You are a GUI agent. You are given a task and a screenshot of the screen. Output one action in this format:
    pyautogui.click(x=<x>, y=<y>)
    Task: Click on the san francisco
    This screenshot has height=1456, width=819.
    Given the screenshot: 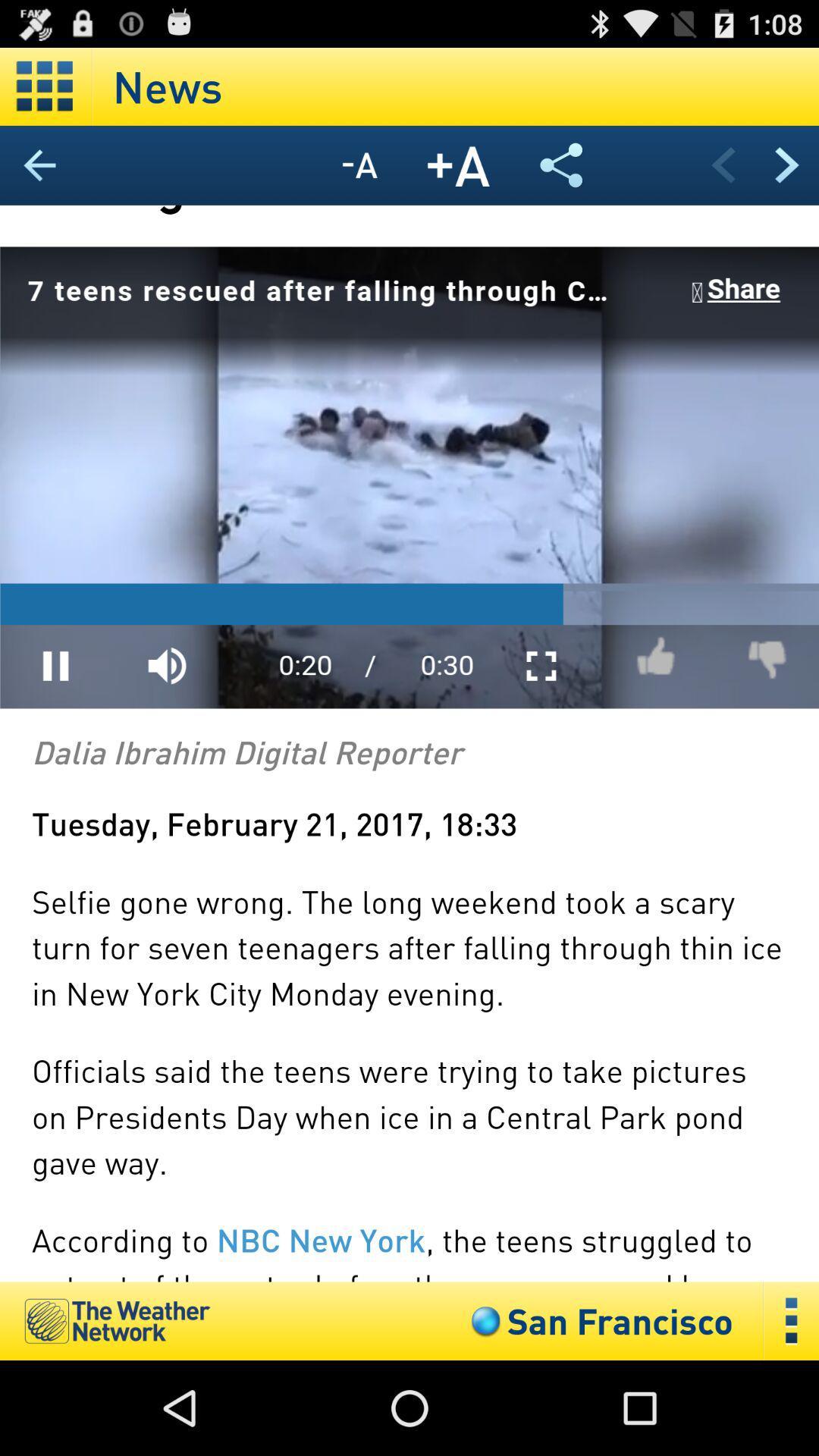 What is the action you would take?
    pyautogui.click(x=598, y=1320)
    